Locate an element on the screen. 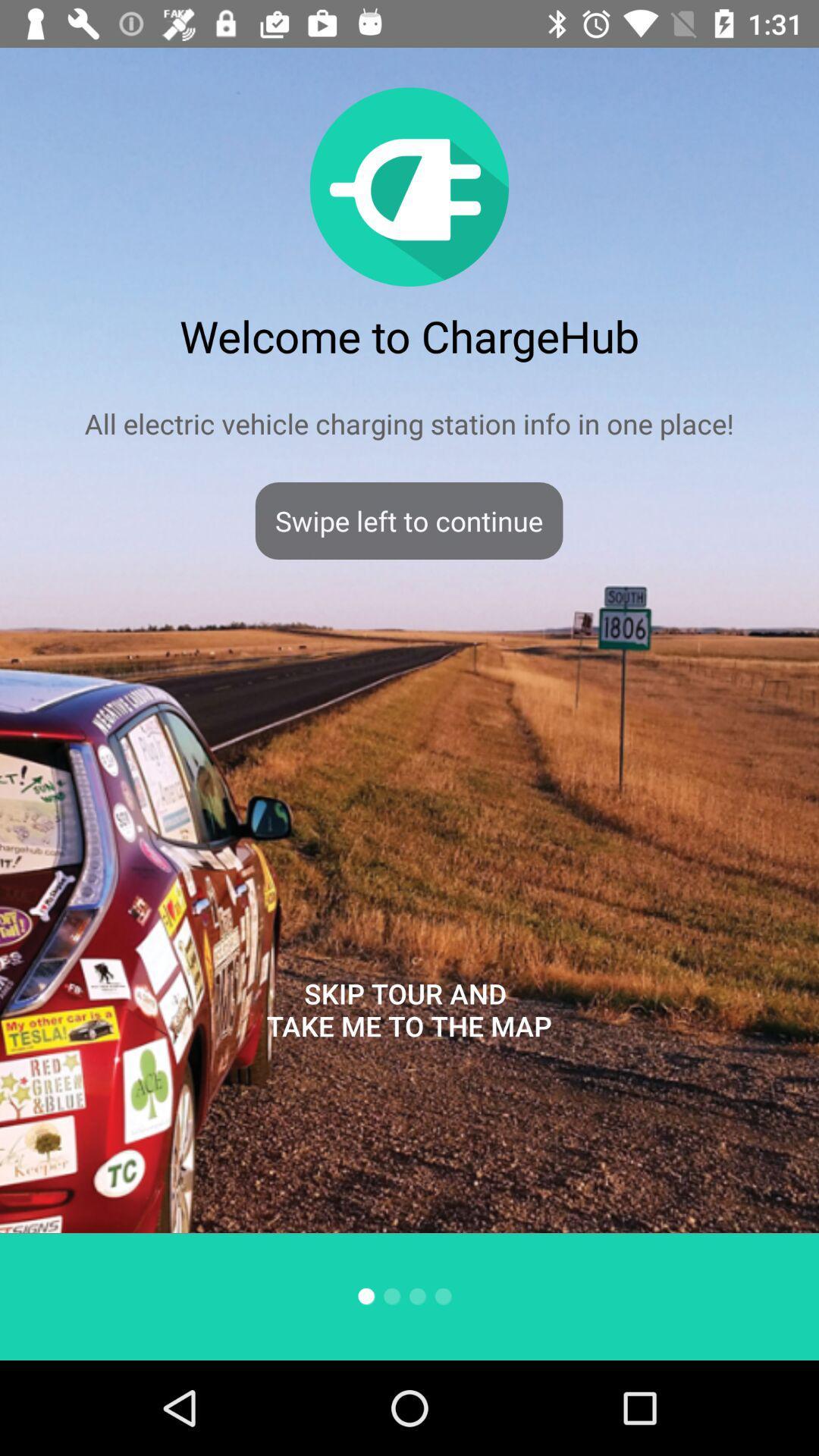 The width and height of the screenshot is (819, 1456). skip tour and is located at coordinates (408, 1009).